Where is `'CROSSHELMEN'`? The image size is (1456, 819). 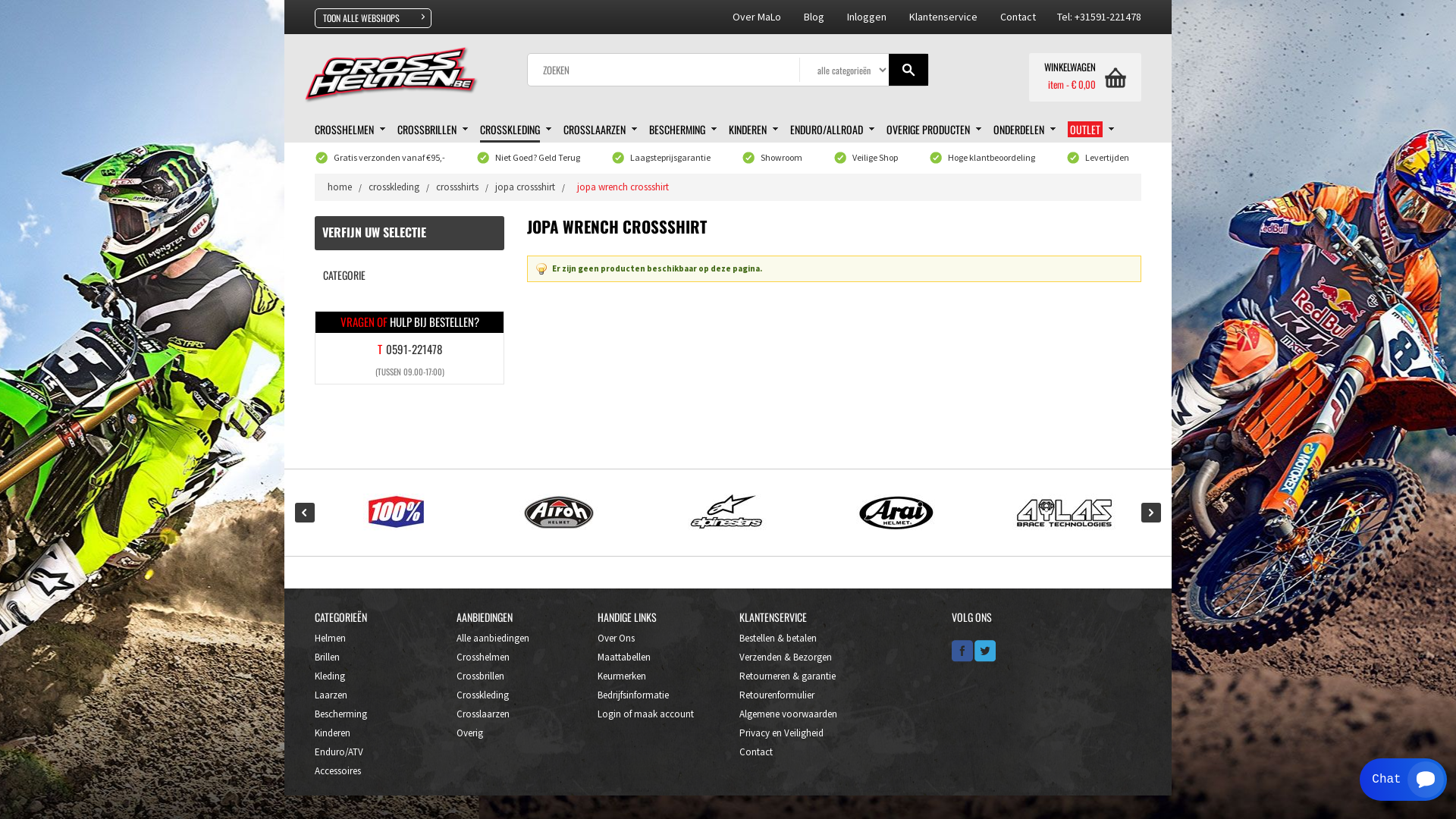
'CROSSHELMEN' is located at coordinates (349, 128).